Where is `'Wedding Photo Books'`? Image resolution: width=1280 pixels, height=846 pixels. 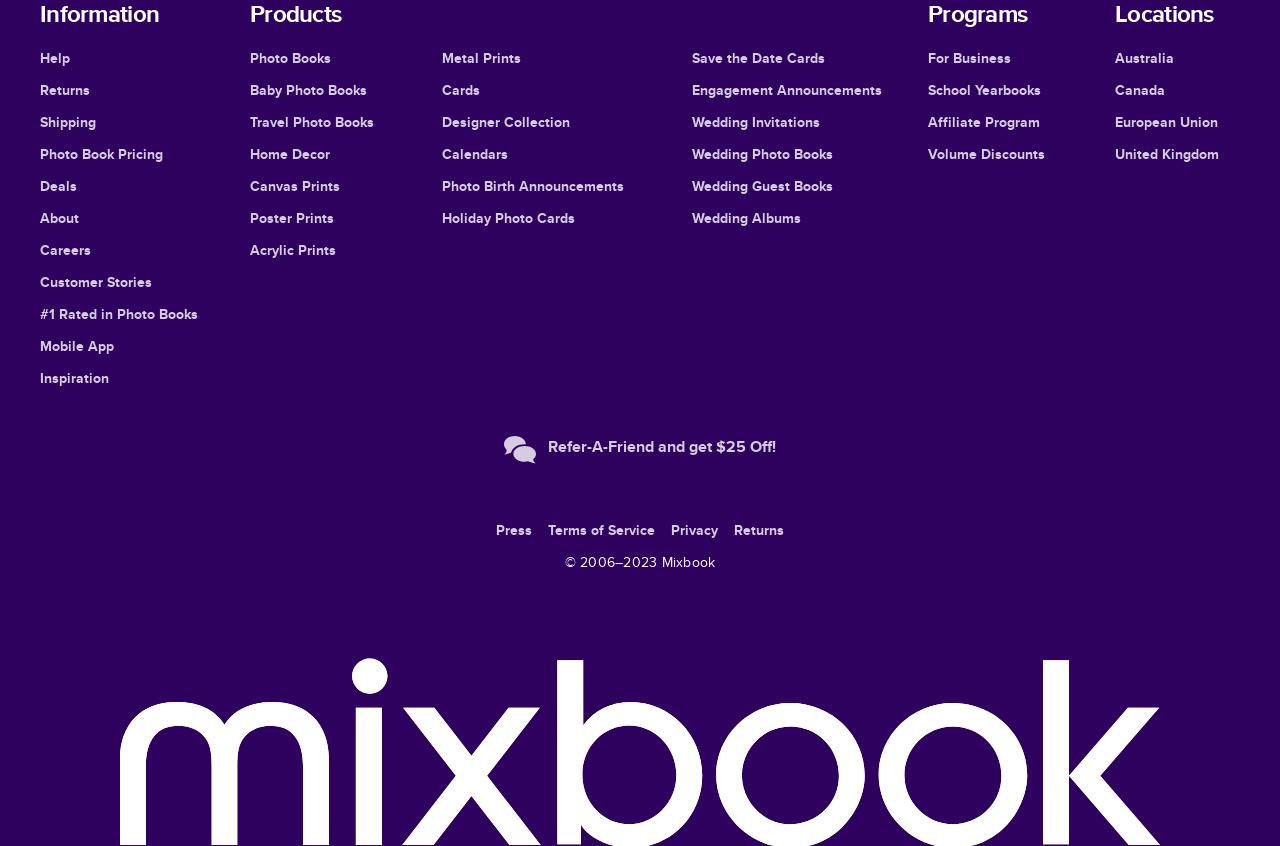
'Wedding Photo Books' is located at coordinates (761, 152).